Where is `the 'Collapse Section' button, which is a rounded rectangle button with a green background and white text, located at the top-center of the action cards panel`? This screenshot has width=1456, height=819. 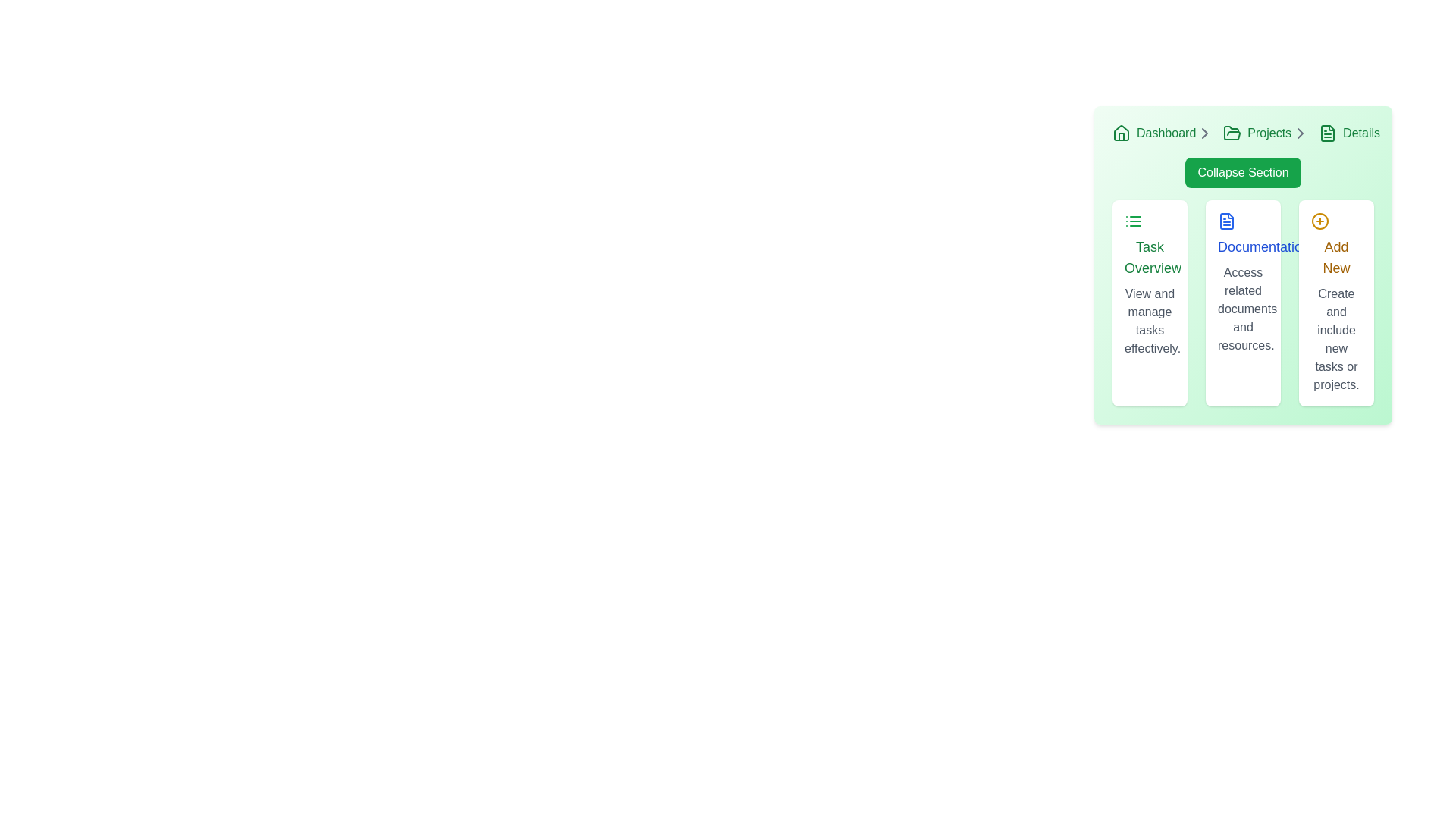 the 'Collapse Section' button, which is a rounded rectangle button with a green background and white text, located at the top-center of the action cards panel is located at coordinates (1243, 171).